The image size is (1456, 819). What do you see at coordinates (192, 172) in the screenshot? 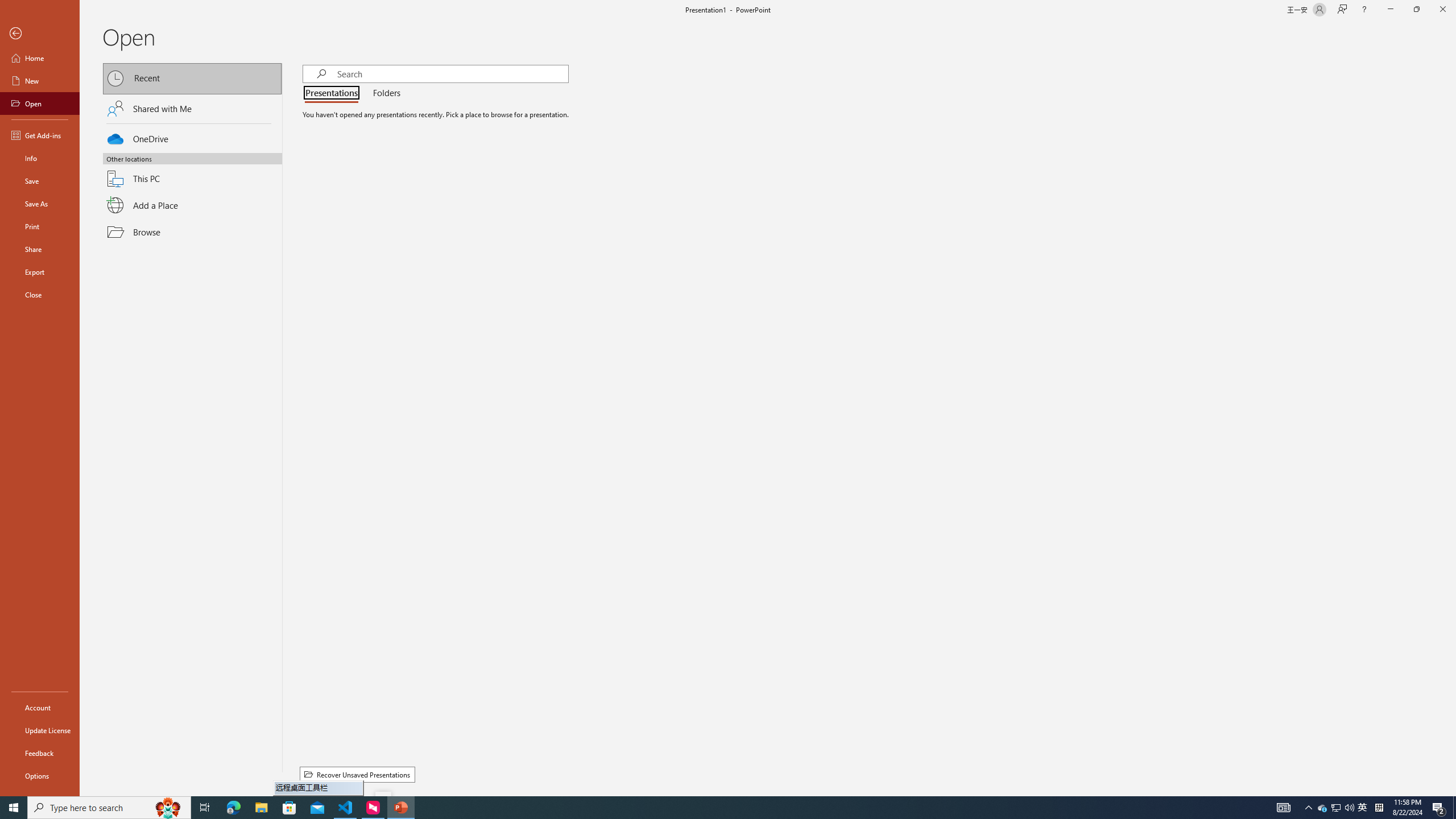
I see `'This PC'` at bounding box center [192, 172].